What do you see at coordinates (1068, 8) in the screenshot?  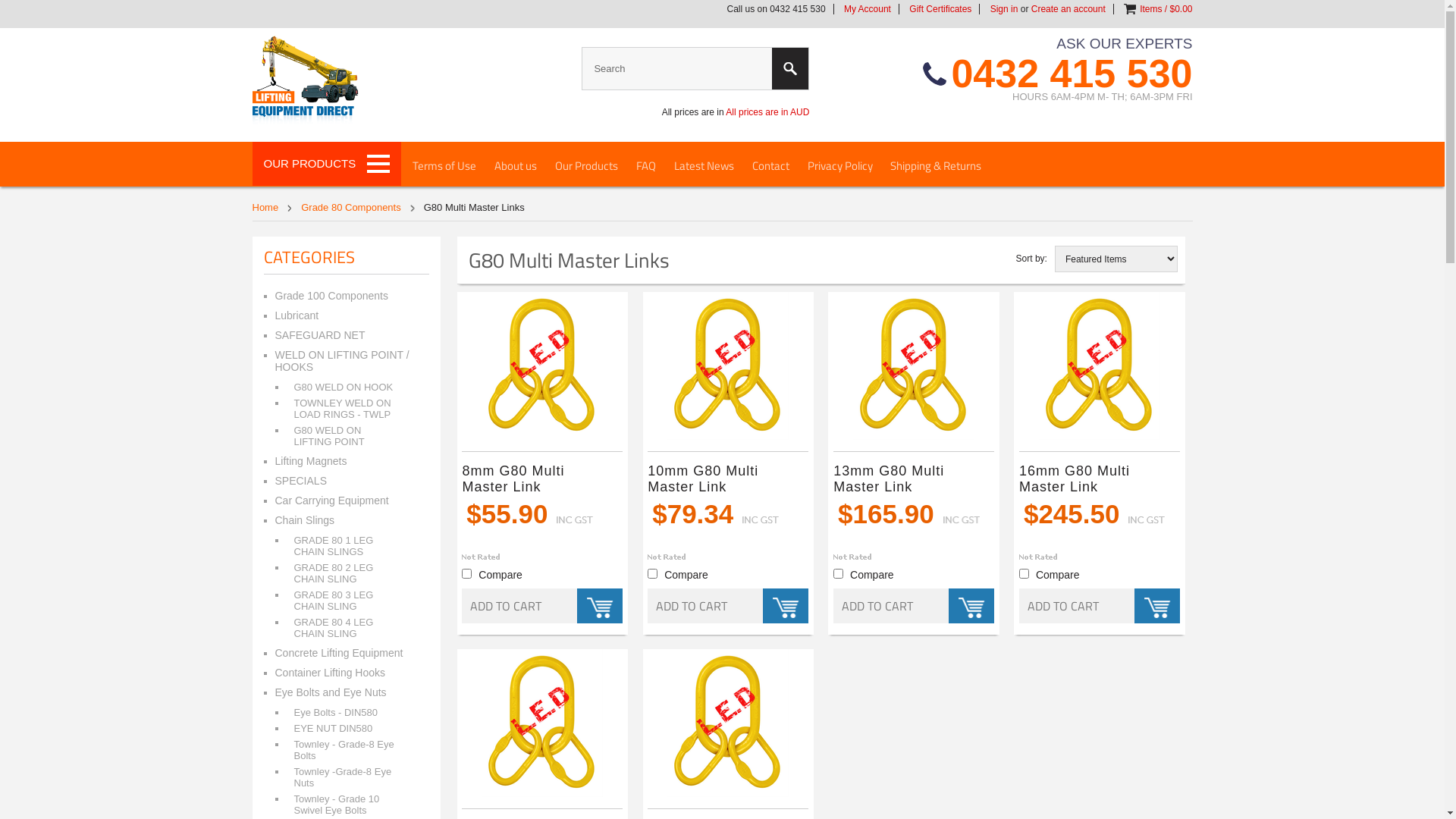 I see `'Create an account'` at bounding box center [1068, 8].